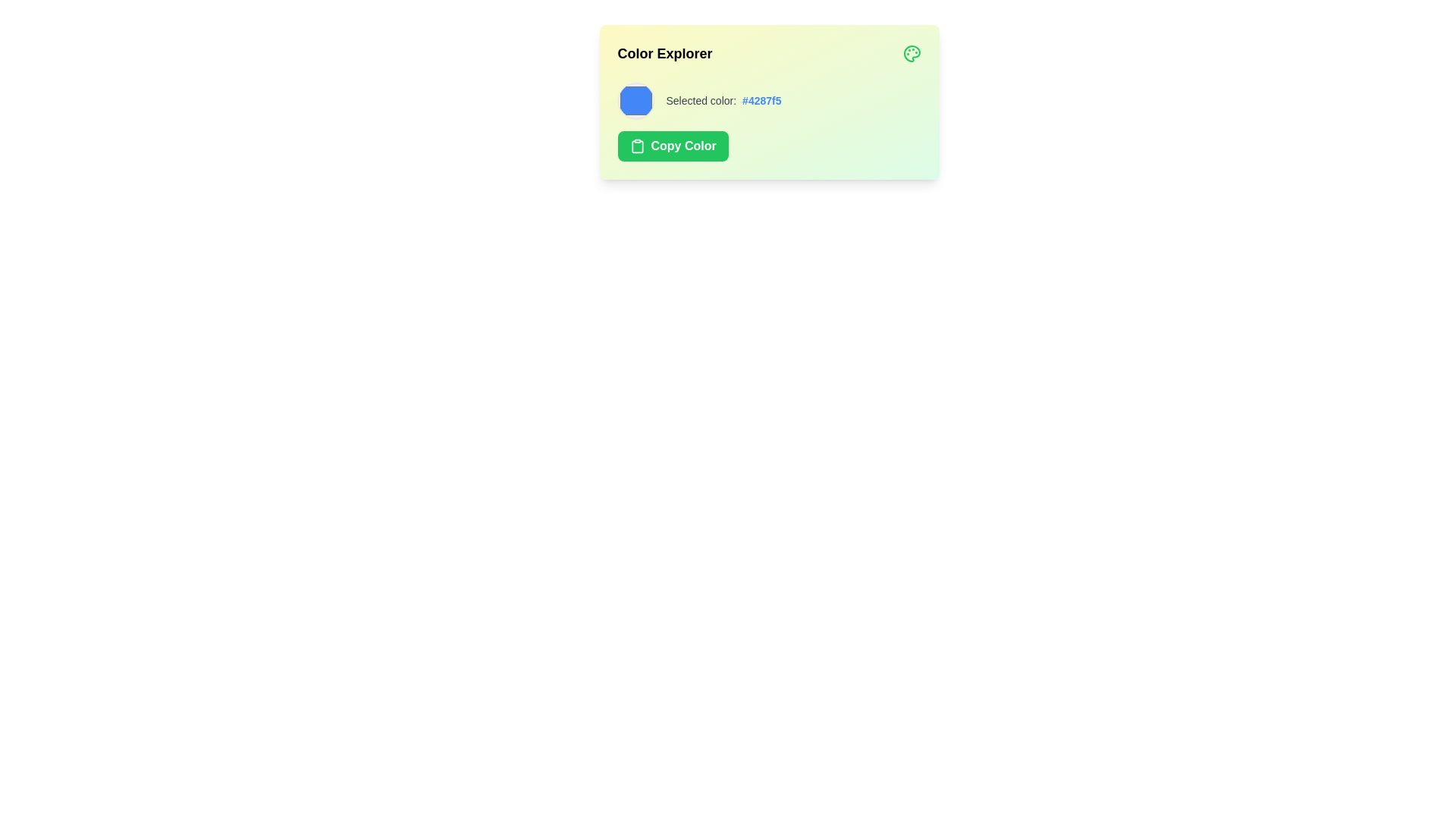 This screenshot has height=819, width=1456. Describe the element at coordinates (723, 100) in the screenshot. I see `the text label displaying 'Selected color: #4287f5' which shows the color value in blue, positioned to the right of the circular color preview element and above the 'Copy Color' button` at that location.